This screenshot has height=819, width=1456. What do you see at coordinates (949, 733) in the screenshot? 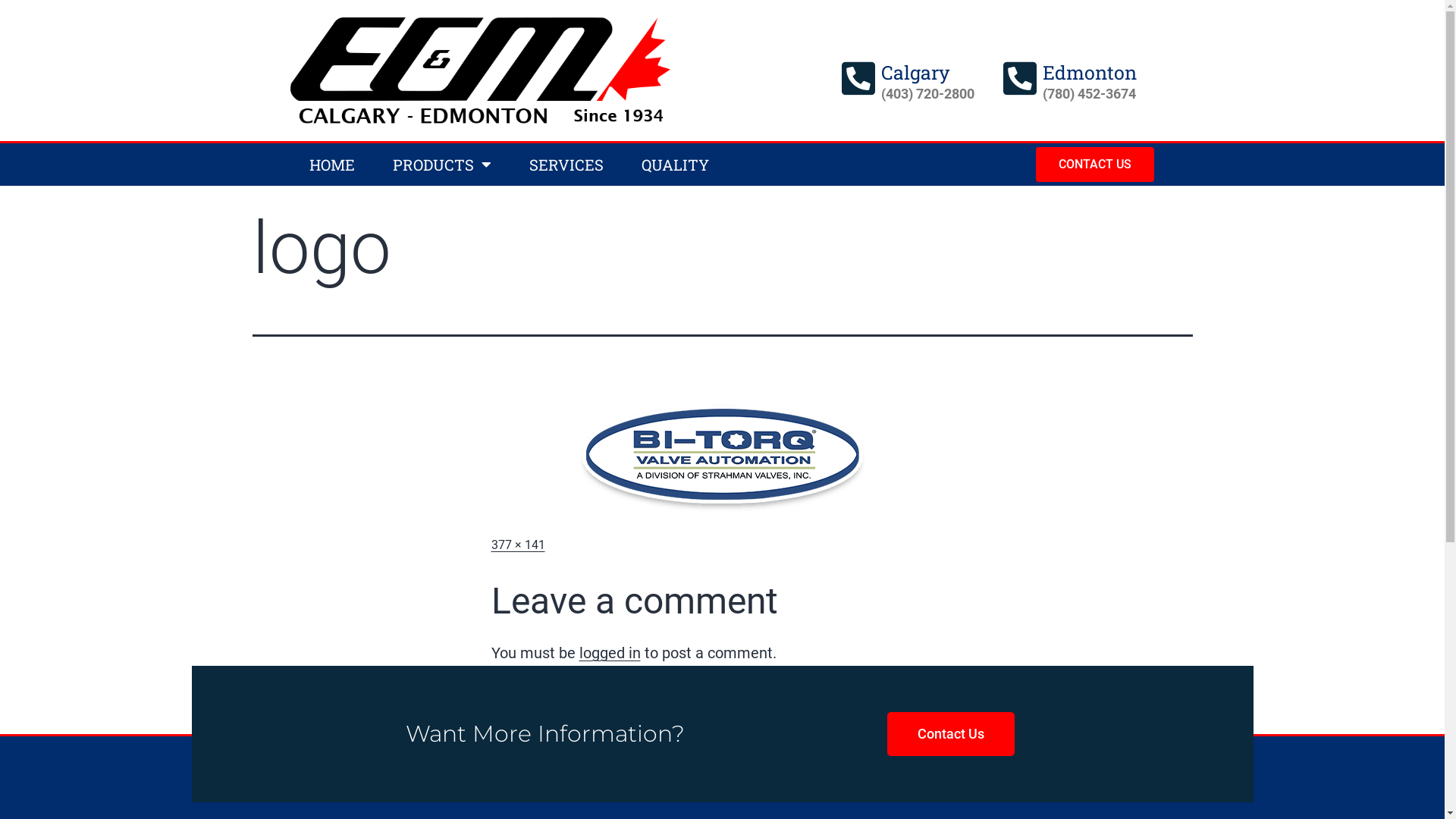
I see `'Contact Us'` at bounding box center [949, 733].